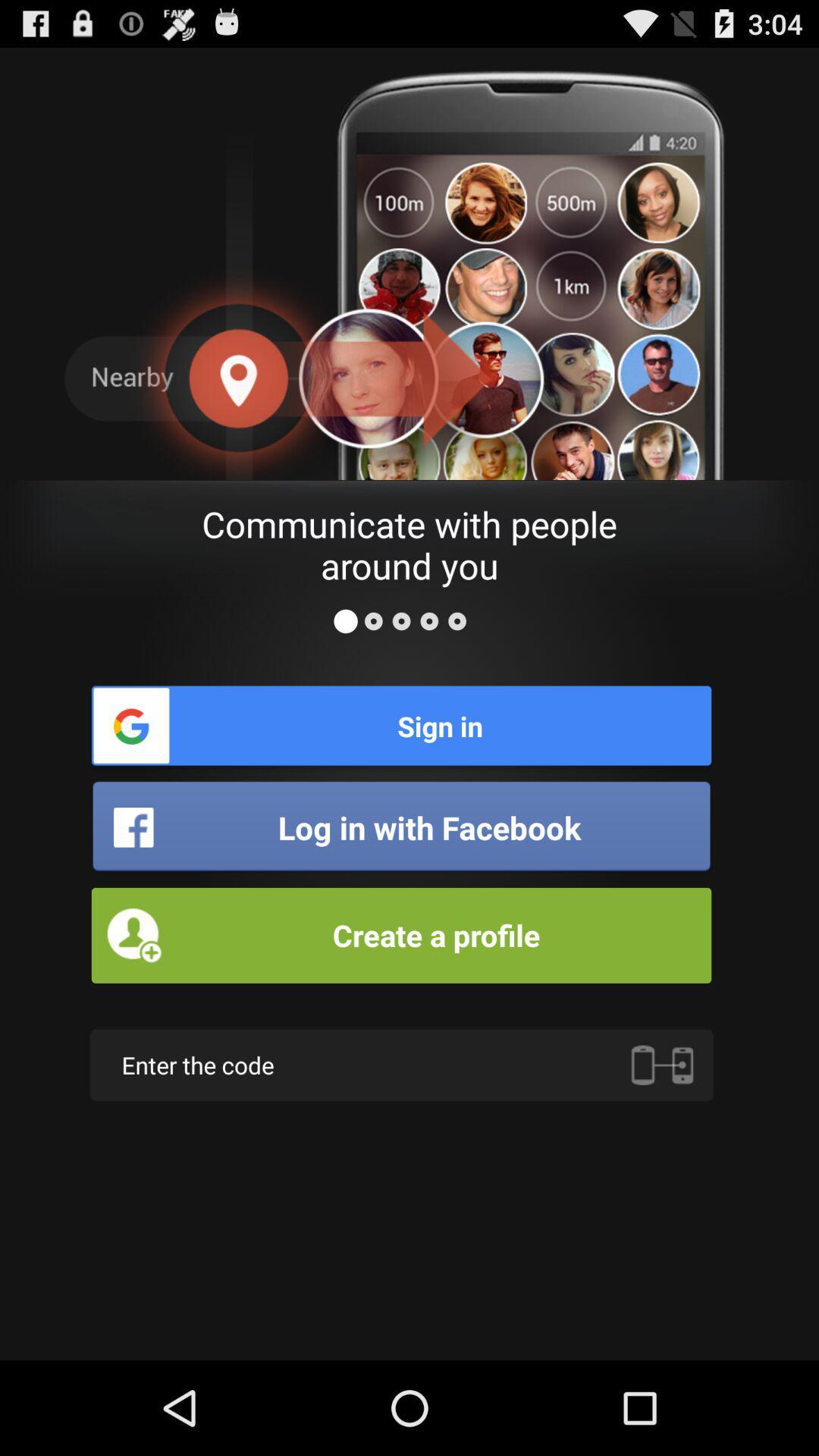 The width and height of the screenshot is (819, 1456). I want to click on sign in, so click(400, 724).